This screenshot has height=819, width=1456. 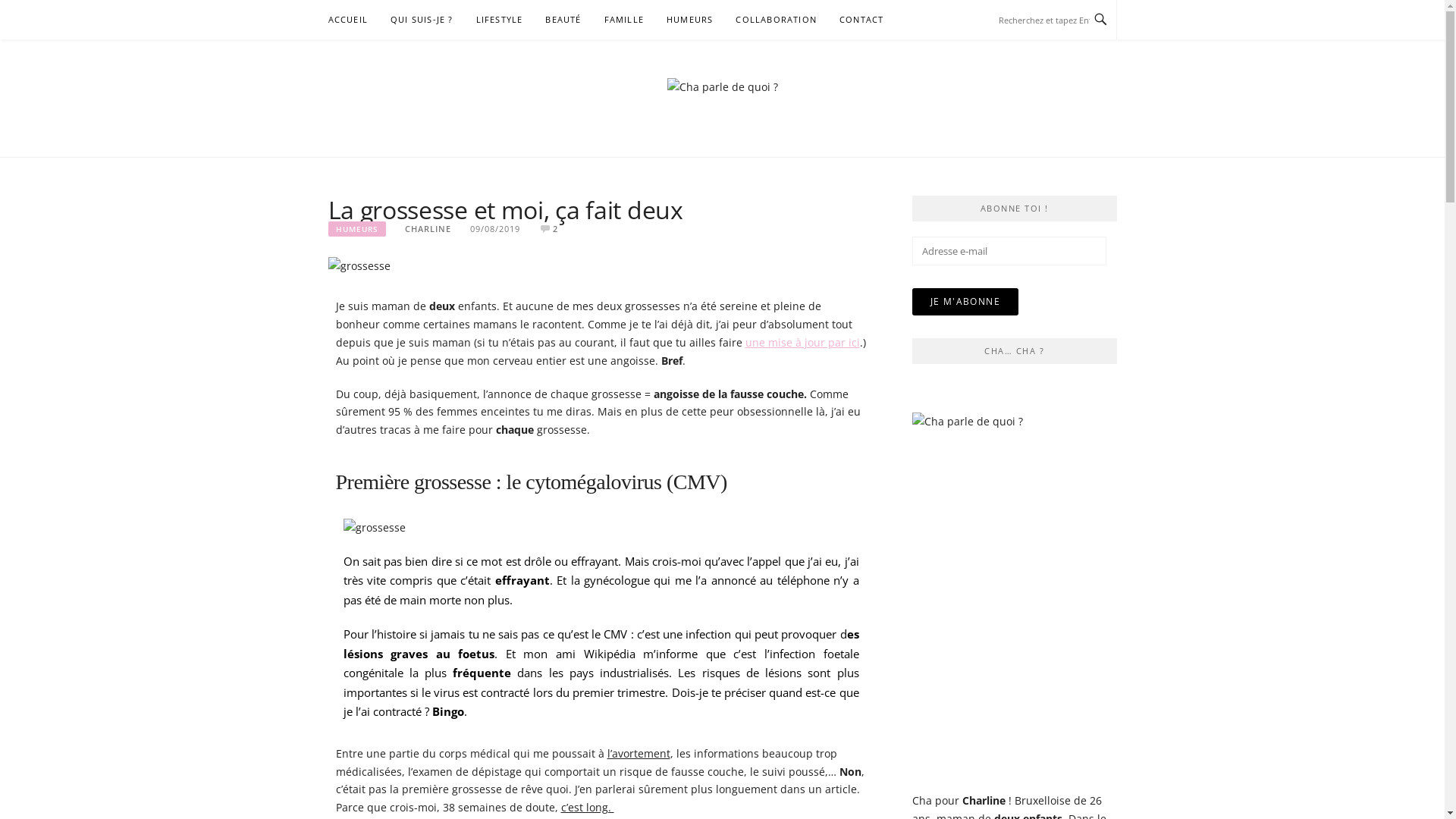 What do you see at coordinates (554, 228) in the screenshot?
I see `'2'` at bounding box center [554, 228].